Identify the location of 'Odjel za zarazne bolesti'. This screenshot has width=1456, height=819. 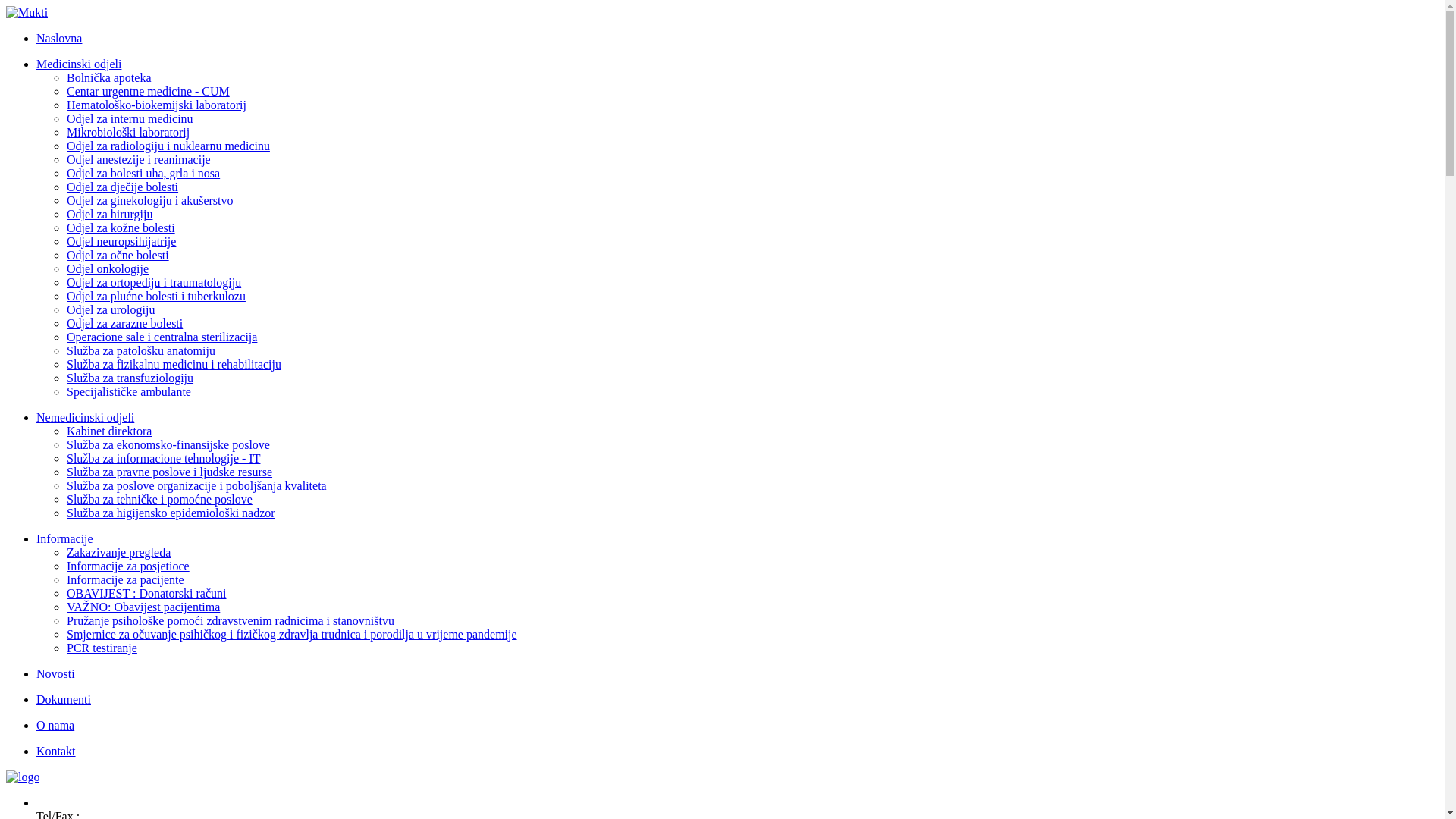
(124, 322).